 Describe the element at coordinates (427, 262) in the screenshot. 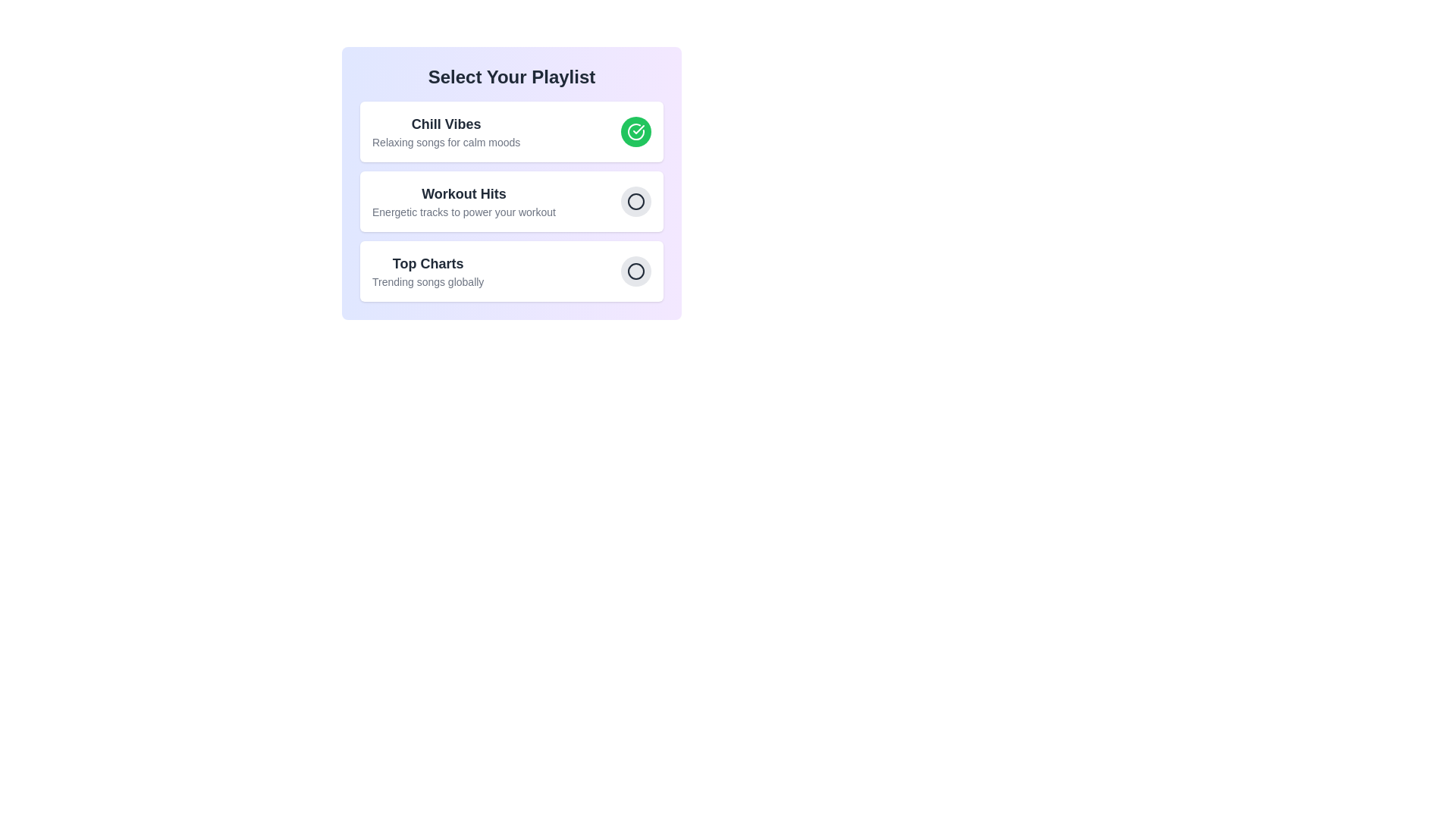

I see `the title text of the playlist Top Charts` at that location.